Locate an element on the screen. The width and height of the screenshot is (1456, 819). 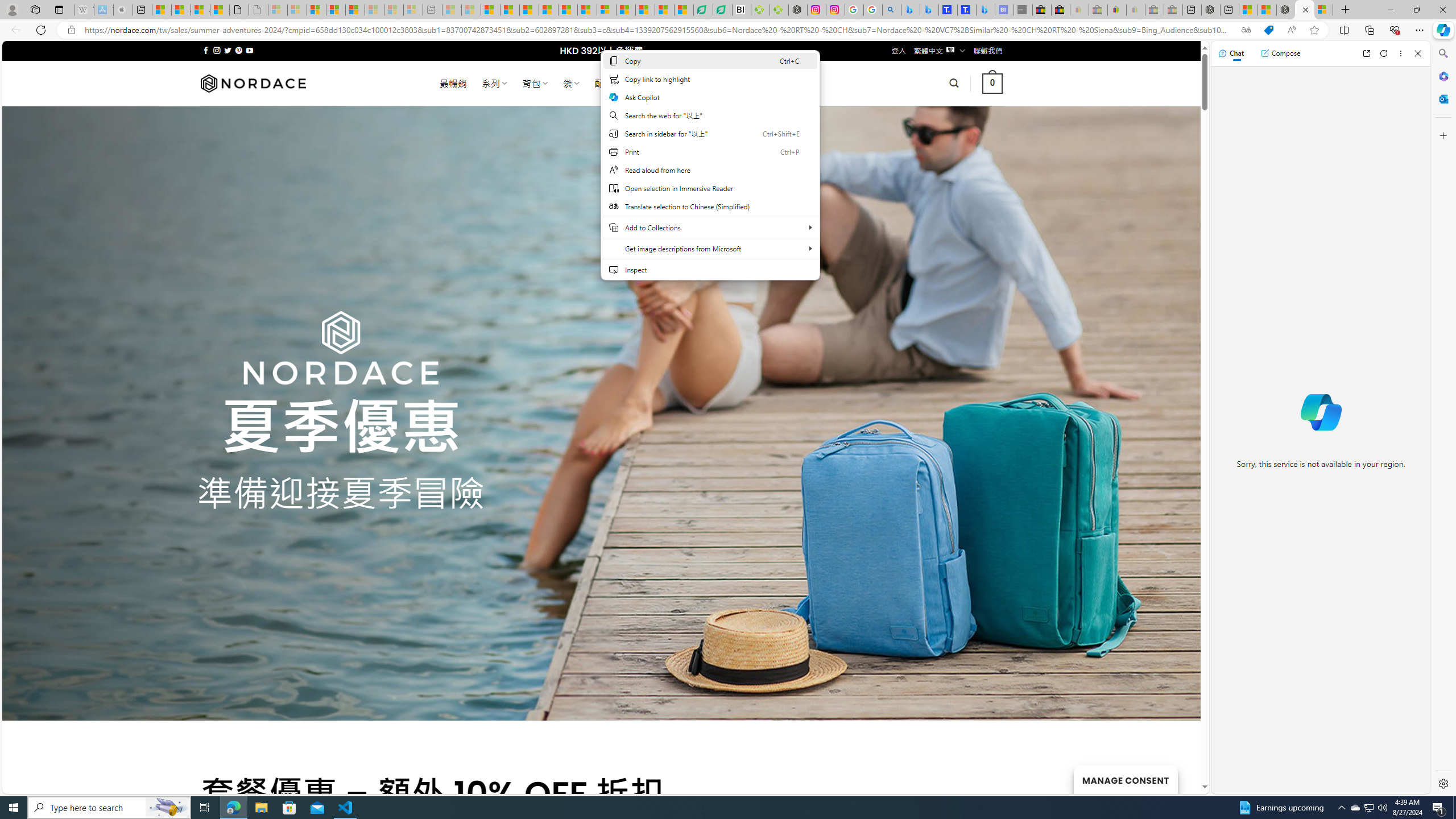
'Microsoft Bing Travel - Stays in Bangkok, Bangkok, Thailand' is located at coordinates (929, 9).